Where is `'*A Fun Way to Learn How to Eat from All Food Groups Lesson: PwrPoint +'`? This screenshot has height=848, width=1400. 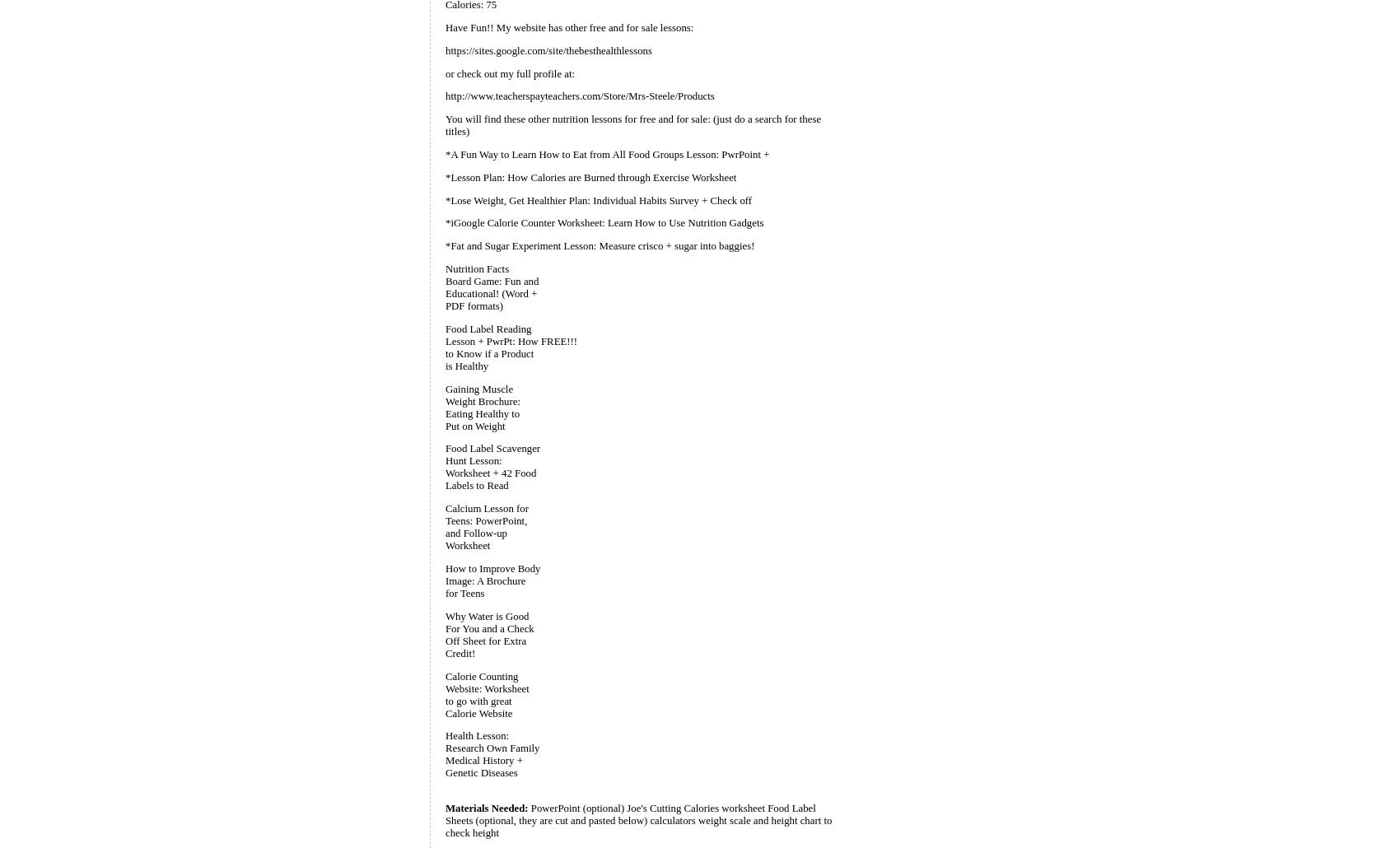 '*A Fun Way to Learn How to Eat from All Food Groups Lesson: PwrPoint +' is located at coordinates (444, 154).